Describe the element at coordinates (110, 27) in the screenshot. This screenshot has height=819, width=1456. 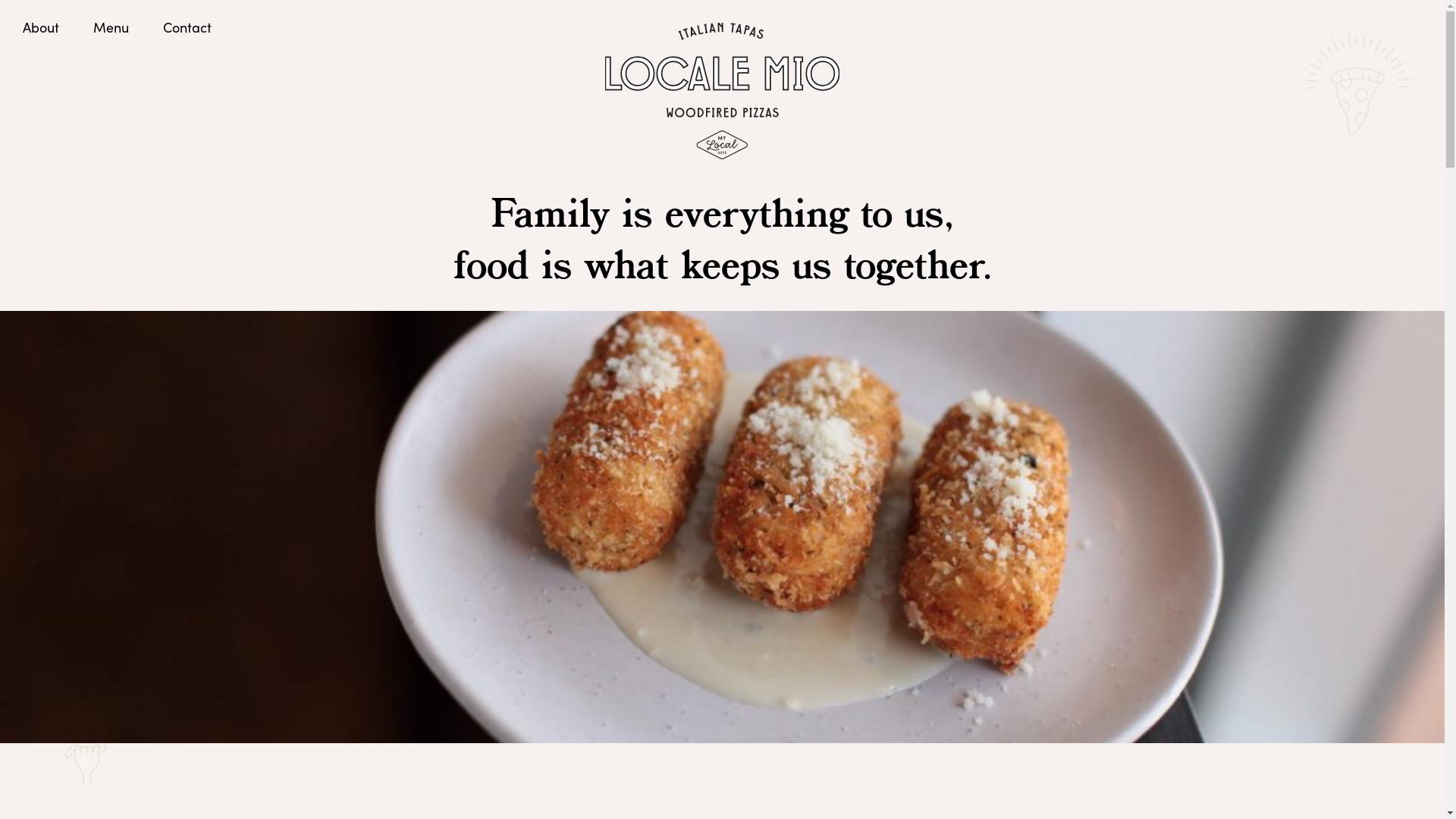
I see `'Menu'` at that location.